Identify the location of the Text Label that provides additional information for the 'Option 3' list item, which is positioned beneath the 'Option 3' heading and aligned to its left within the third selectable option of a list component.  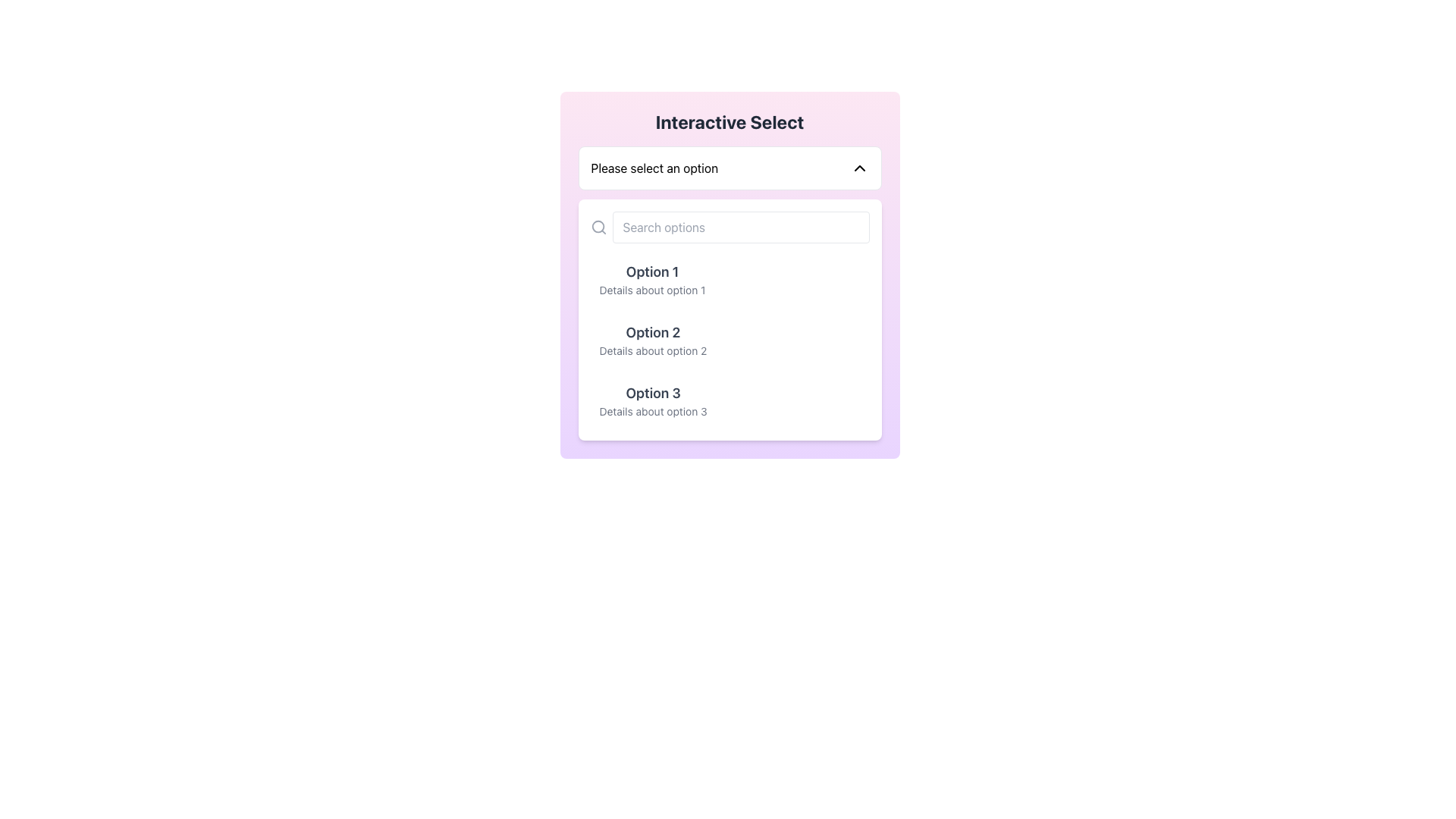
(653, 412).